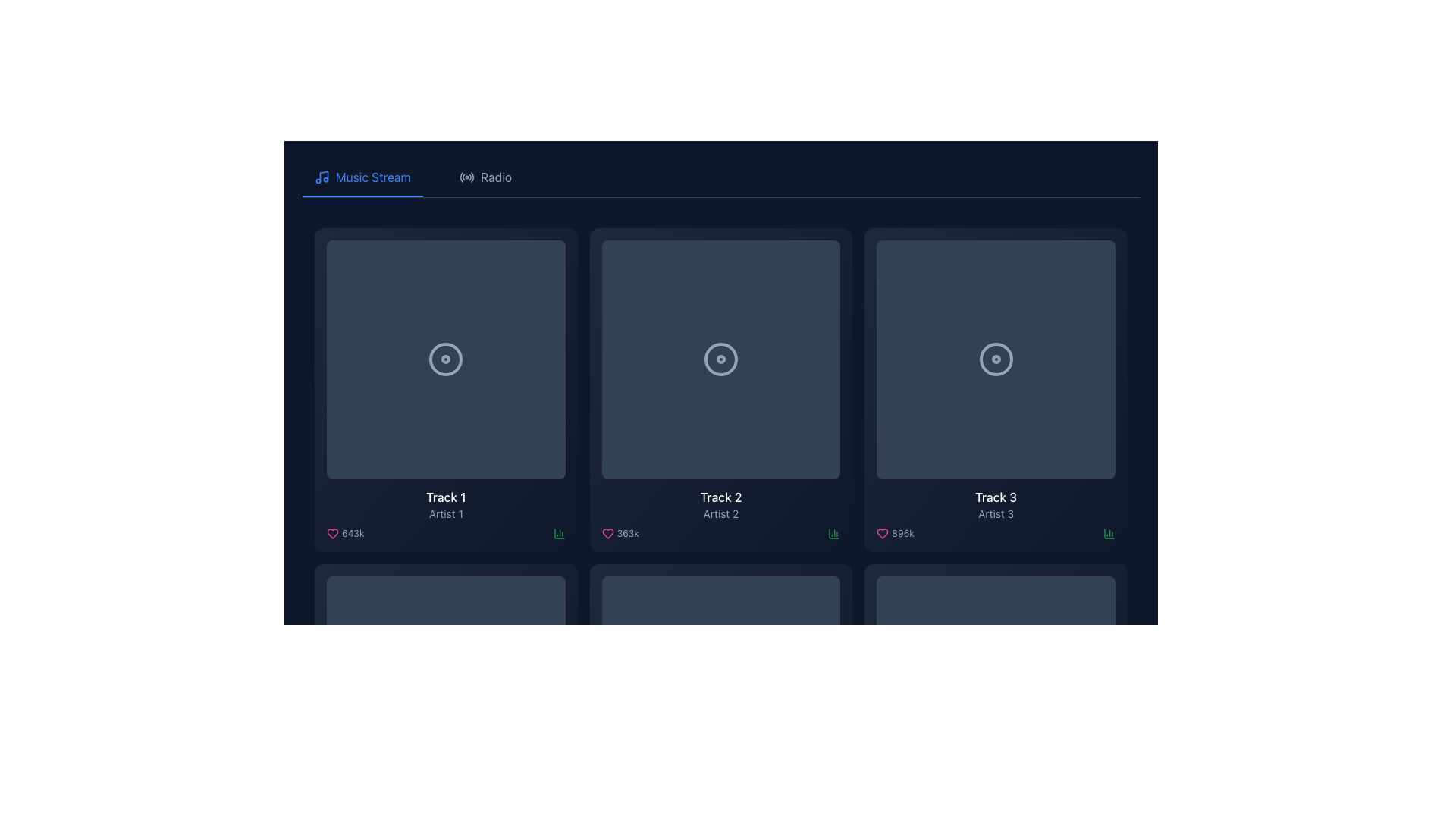 The height and width of the screenshot is (819, 1456). What do you see at coordinates (331, 532) in the screenshot?
I see `the pink heart icon button located at the bottom left of the first track card to like the track` at bounding box center [331, 532].